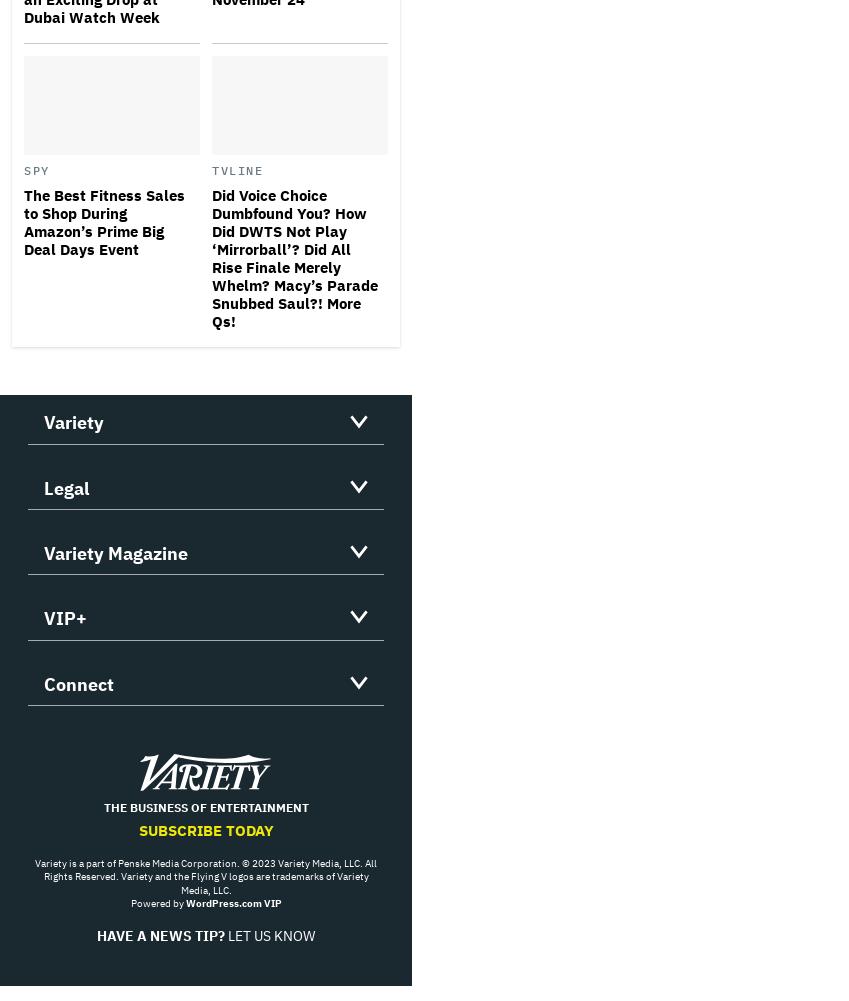 This screenshot has height=1001, width=849. Describe the element at coordinates (114, 660) in the screenshot. I see `'Customer Service'` at that location.